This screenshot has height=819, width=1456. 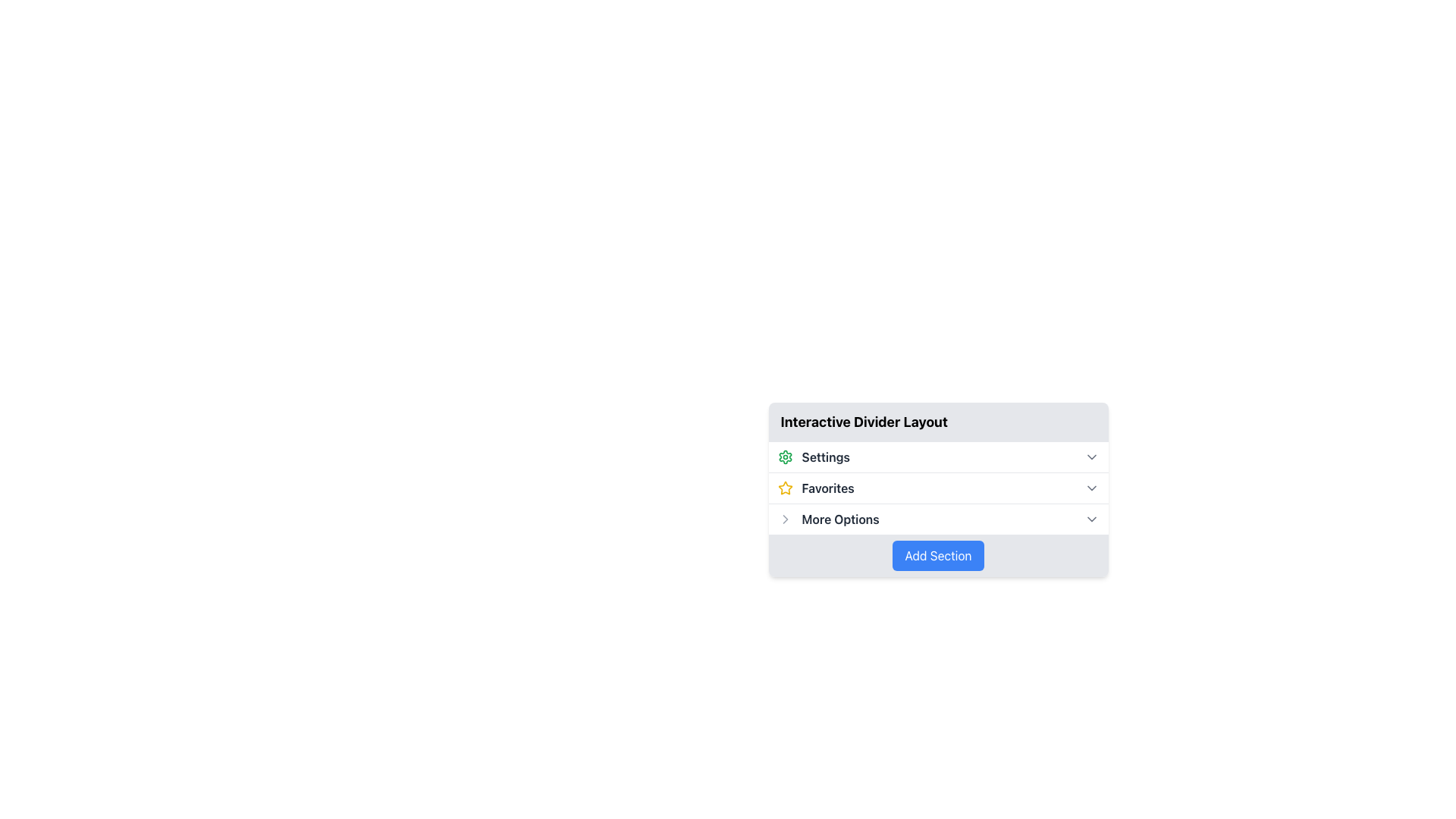 I want to click on the 'Settings' dropdown menu item, so click(x=937, y=456).